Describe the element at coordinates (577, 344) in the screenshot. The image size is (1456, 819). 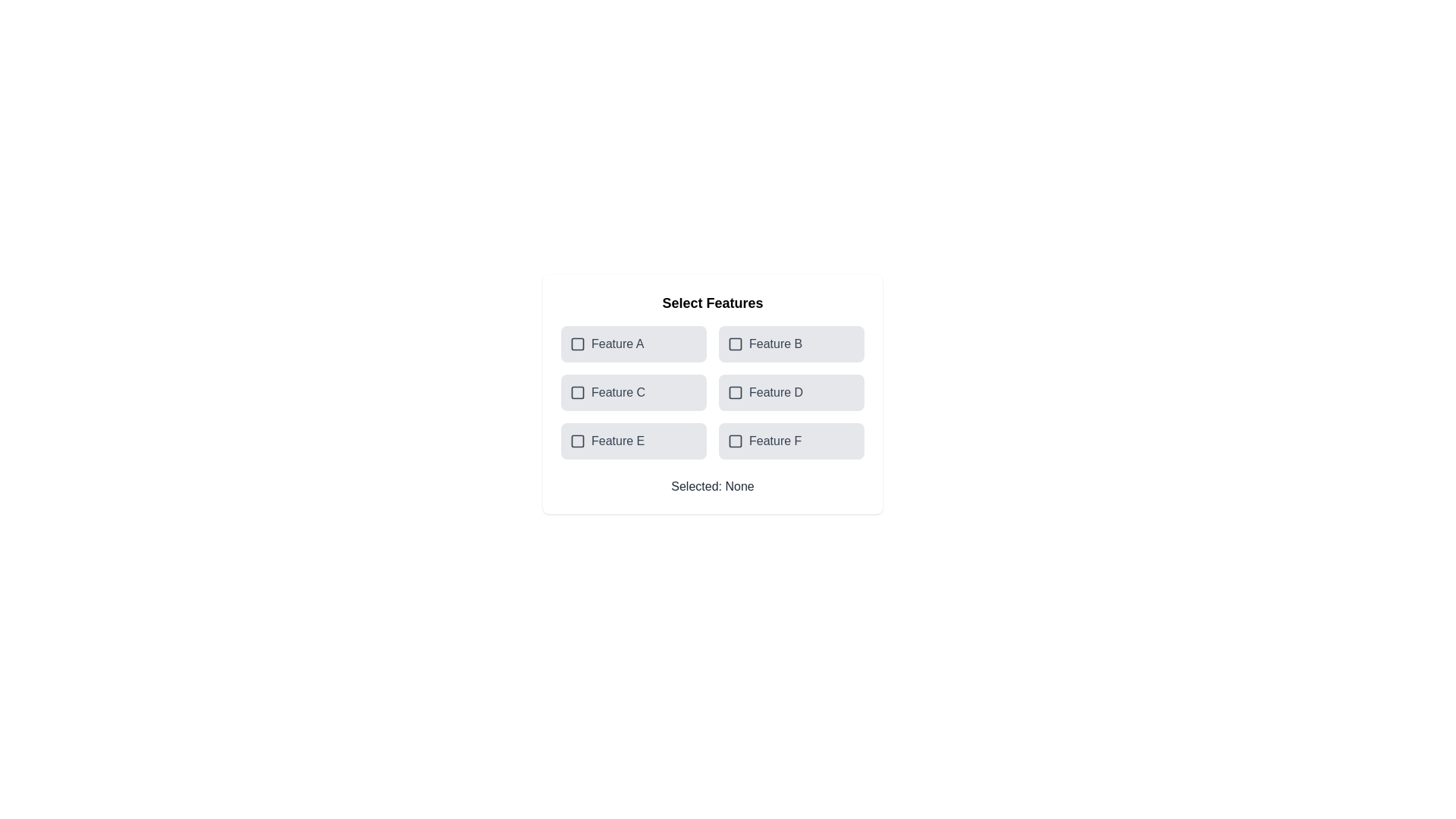
I see `the visual indicator inside the checkbox for 'Feature A', which confirms that the option is selected` at that location.